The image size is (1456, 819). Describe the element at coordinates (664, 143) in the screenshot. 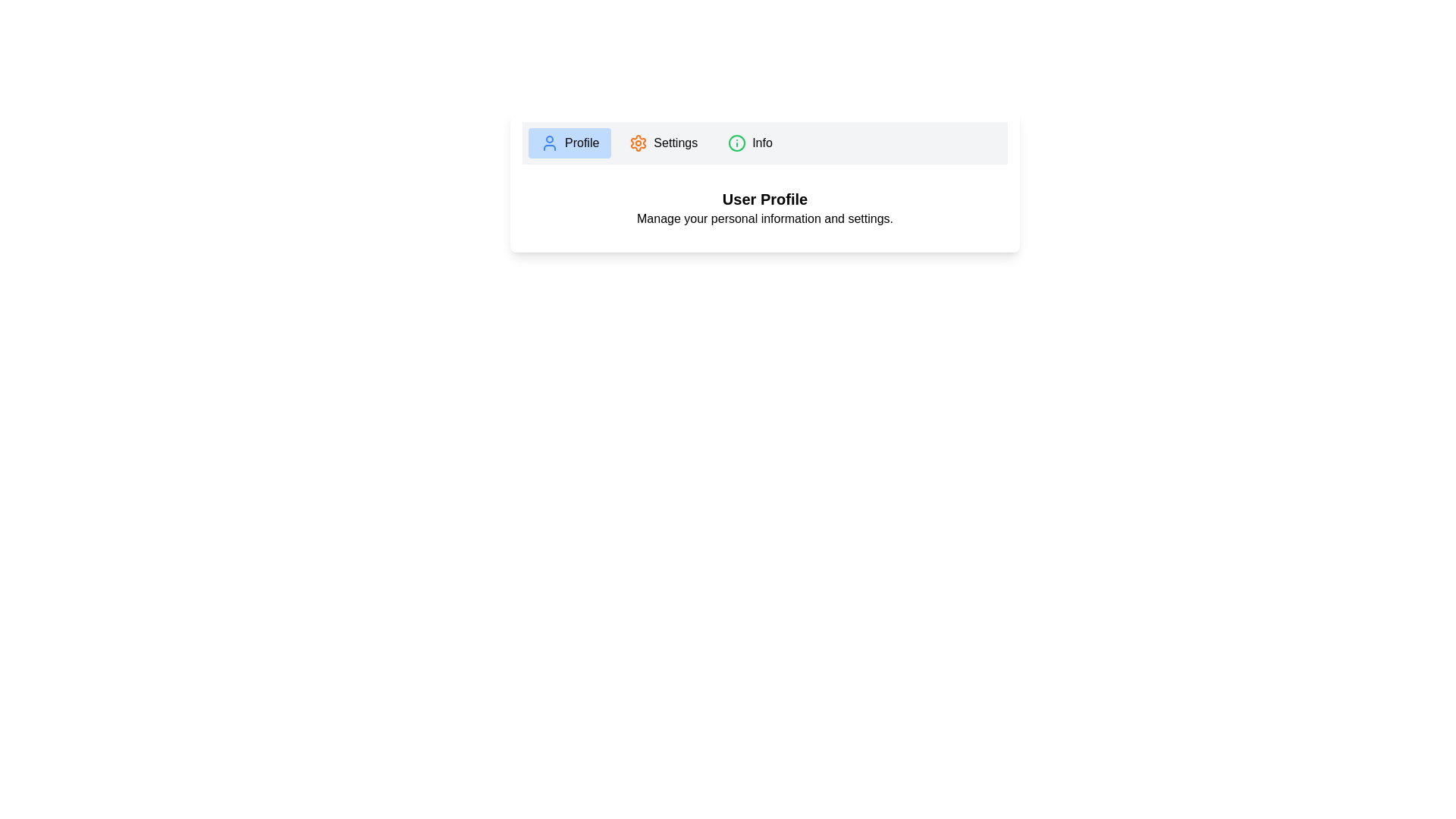

I see `the tab labeled Settings to observe its hover effect` at that location.